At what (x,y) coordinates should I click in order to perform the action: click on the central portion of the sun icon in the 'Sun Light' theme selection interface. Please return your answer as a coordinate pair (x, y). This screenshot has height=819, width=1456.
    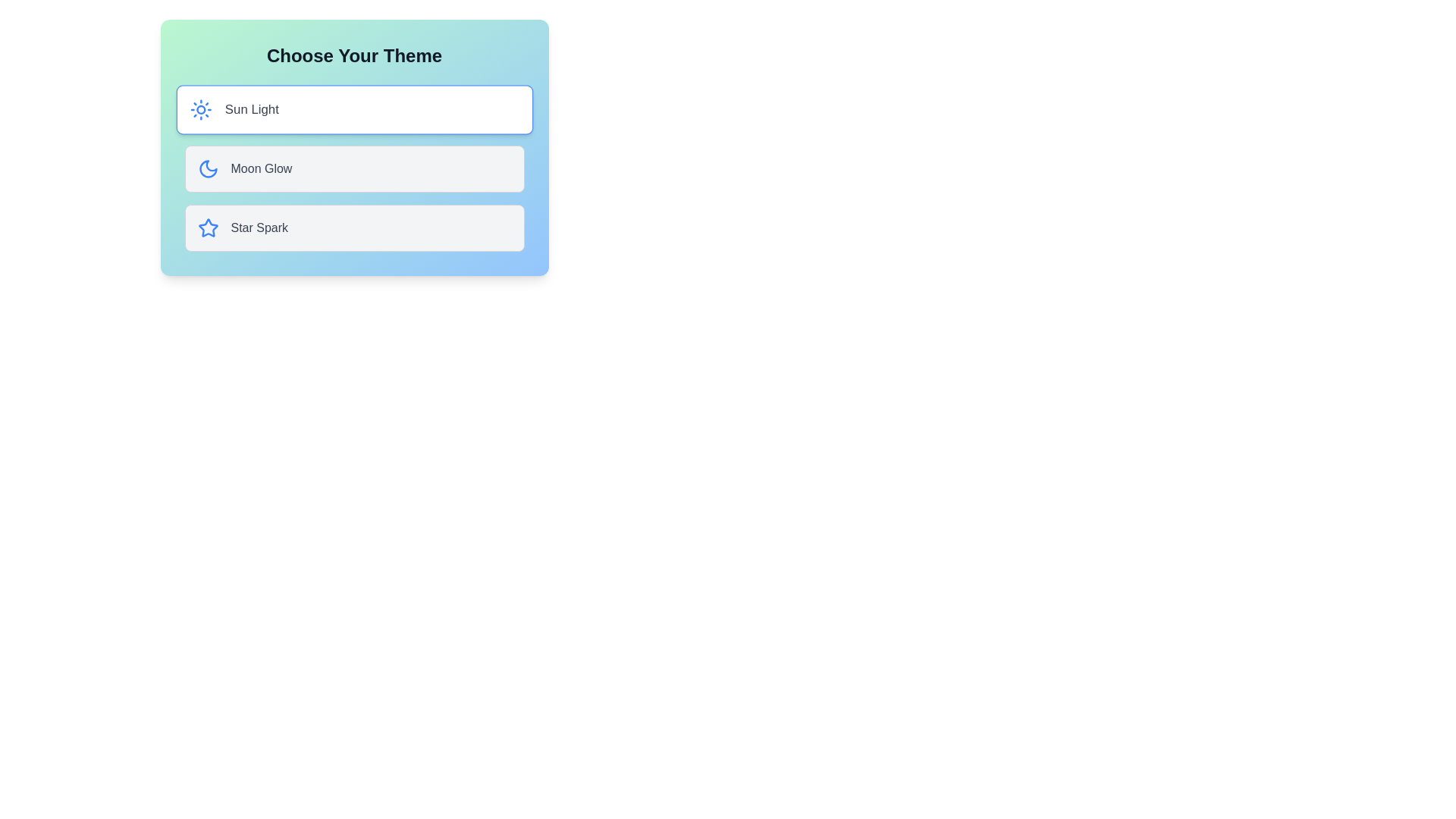
    Looking at the image, I should click on (199, 109).